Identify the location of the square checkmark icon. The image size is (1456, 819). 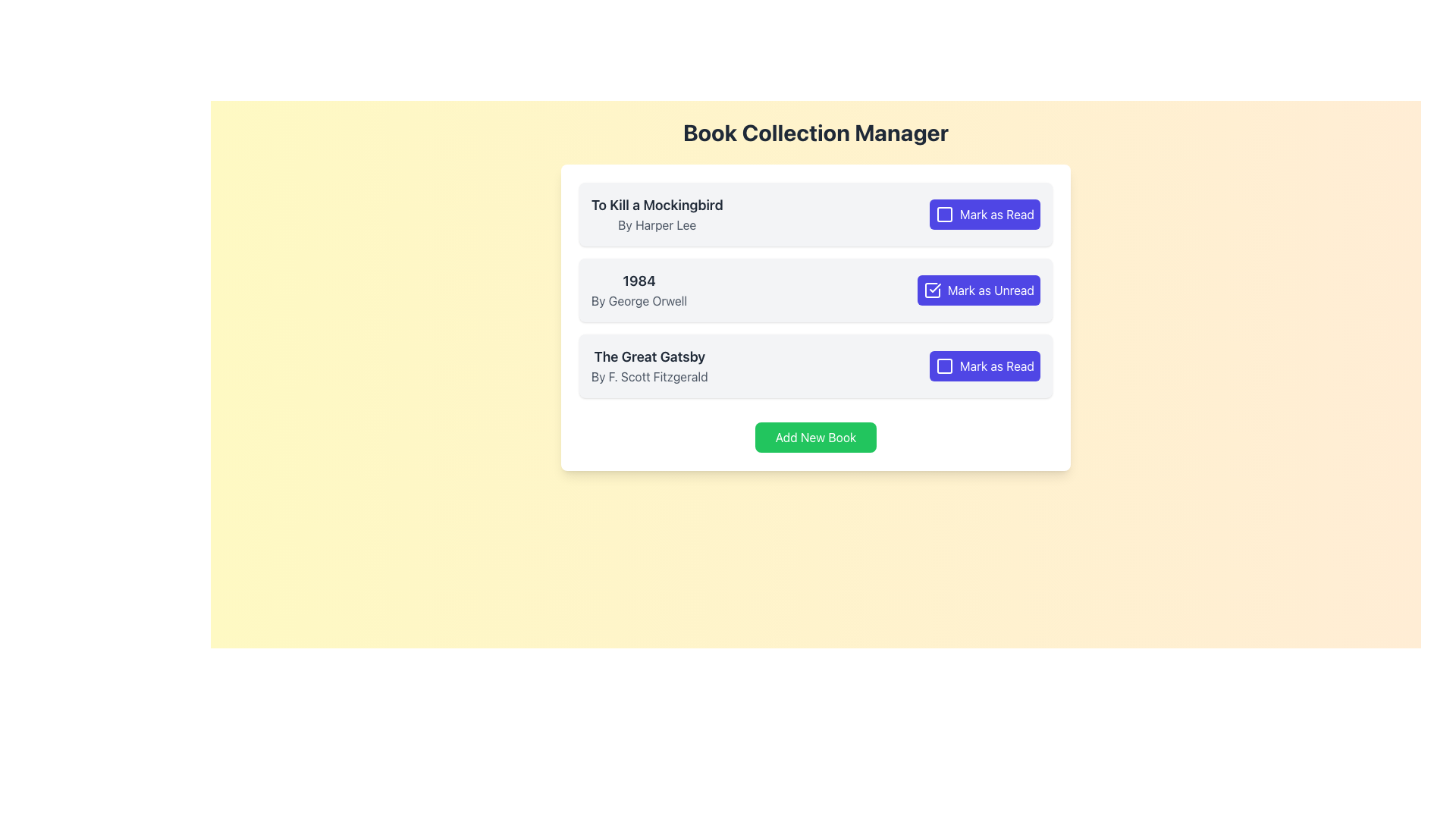
(931, 290).